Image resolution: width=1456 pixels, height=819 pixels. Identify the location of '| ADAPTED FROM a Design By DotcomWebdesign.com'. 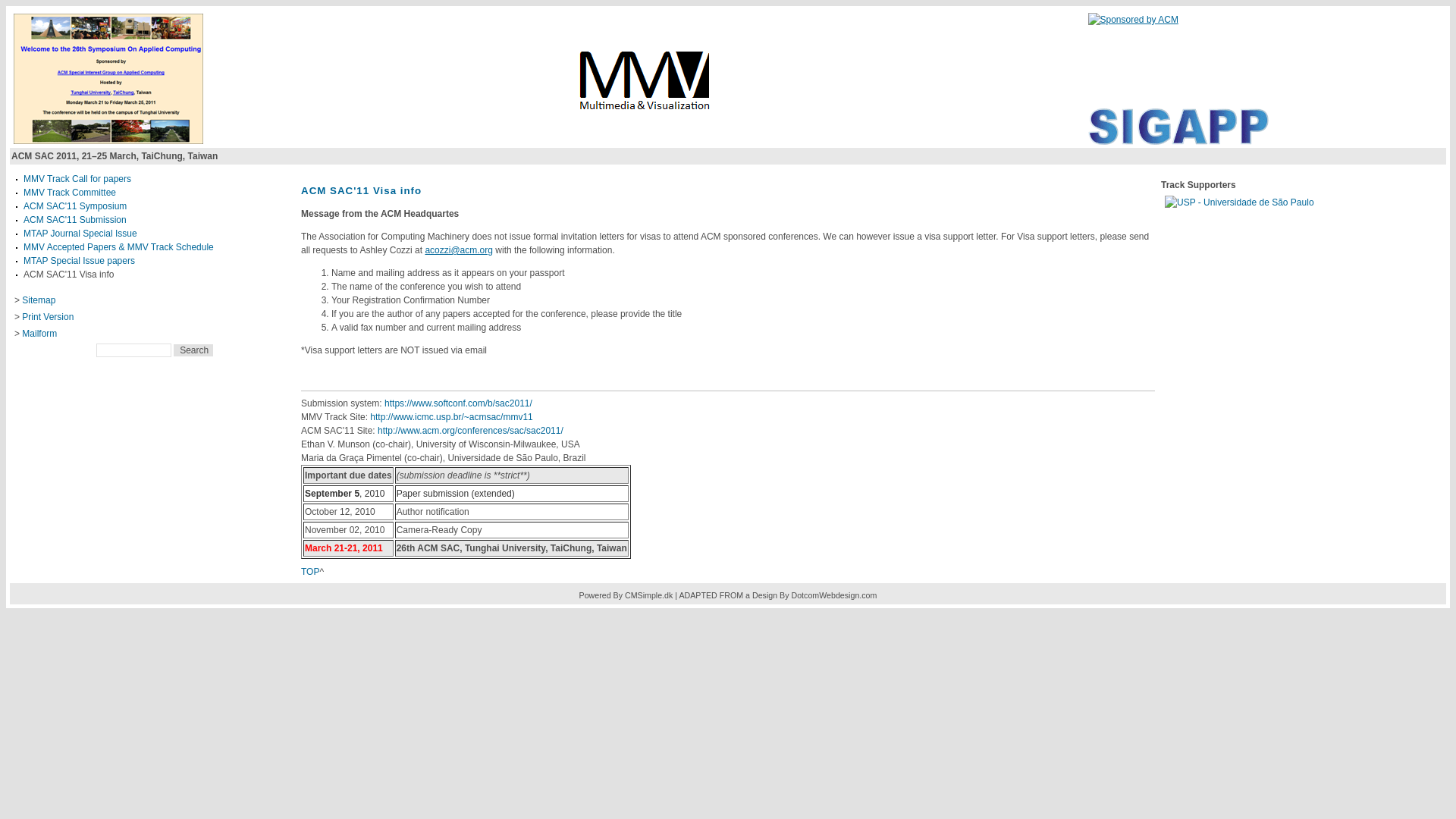
(775, 595).